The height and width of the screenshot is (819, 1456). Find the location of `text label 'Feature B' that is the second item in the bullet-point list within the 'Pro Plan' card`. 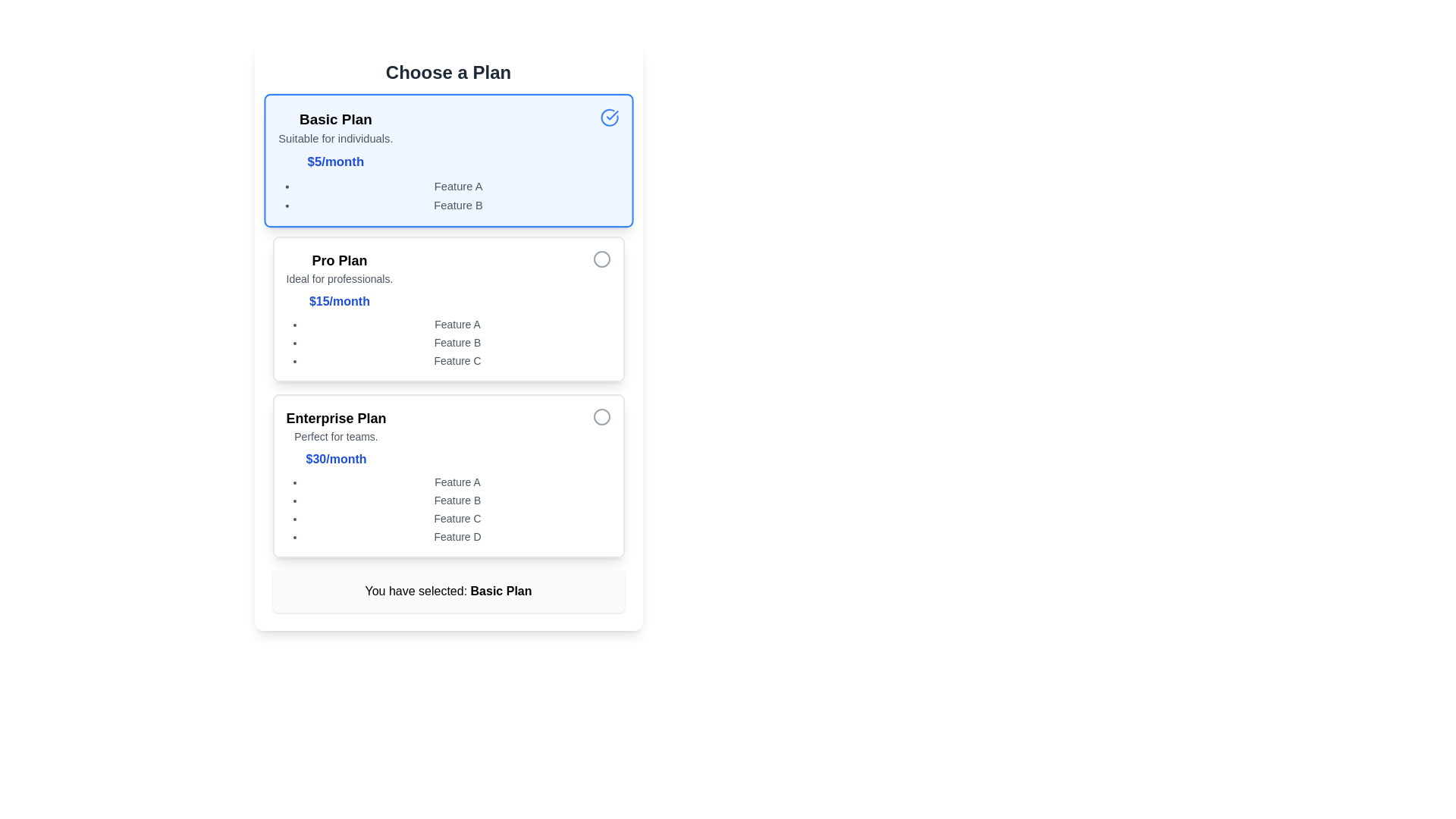

text label 'Feature B' that is the second item in the bullet-point list within the 'Pro Plan' card is located at coordinates (457, 342).